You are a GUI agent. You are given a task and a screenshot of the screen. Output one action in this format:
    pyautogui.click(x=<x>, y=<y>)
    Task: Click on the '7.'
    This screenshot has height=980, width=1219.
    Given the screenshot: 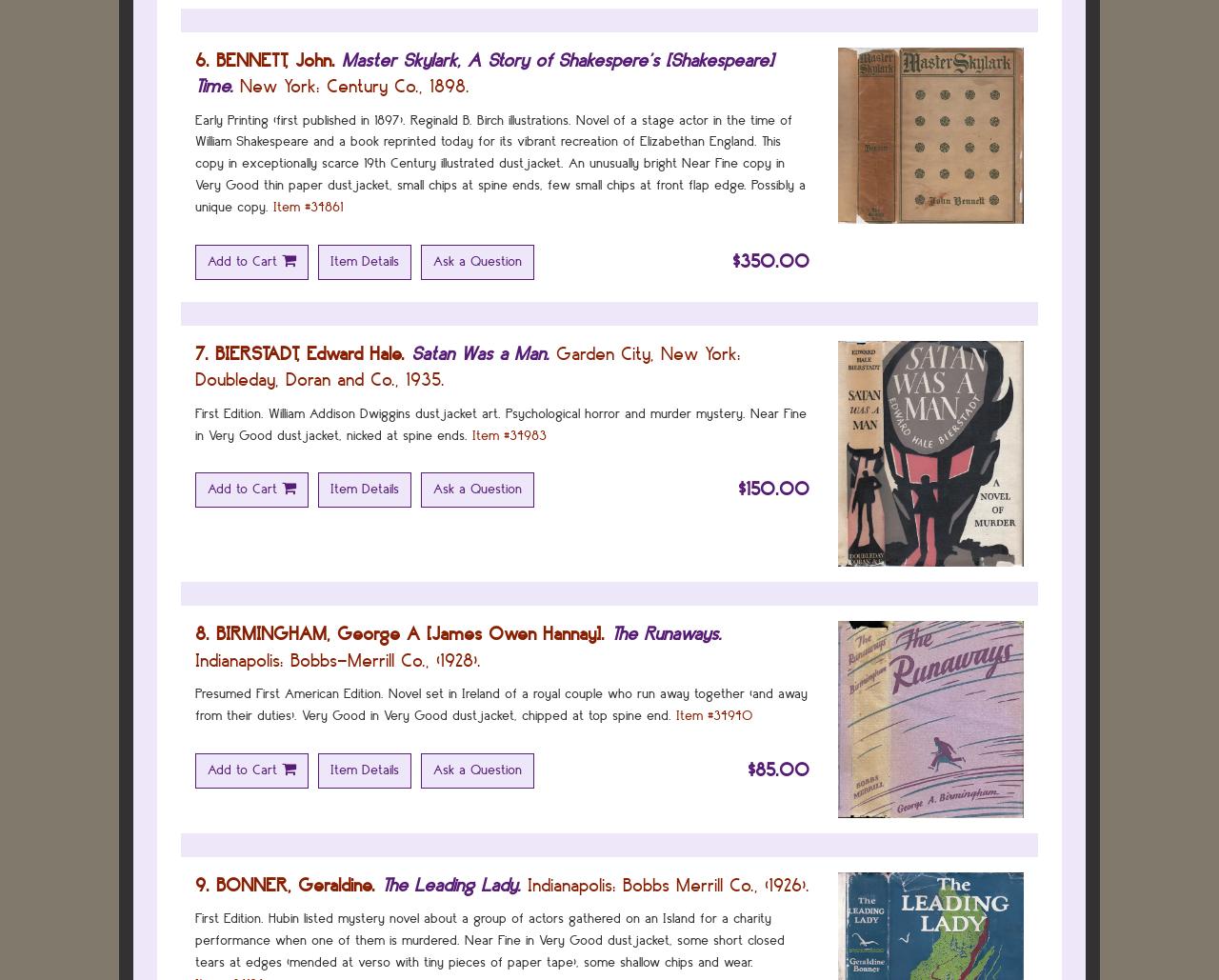 What is the action you would take?
    pyautogui.click(x=195, y=351)
    